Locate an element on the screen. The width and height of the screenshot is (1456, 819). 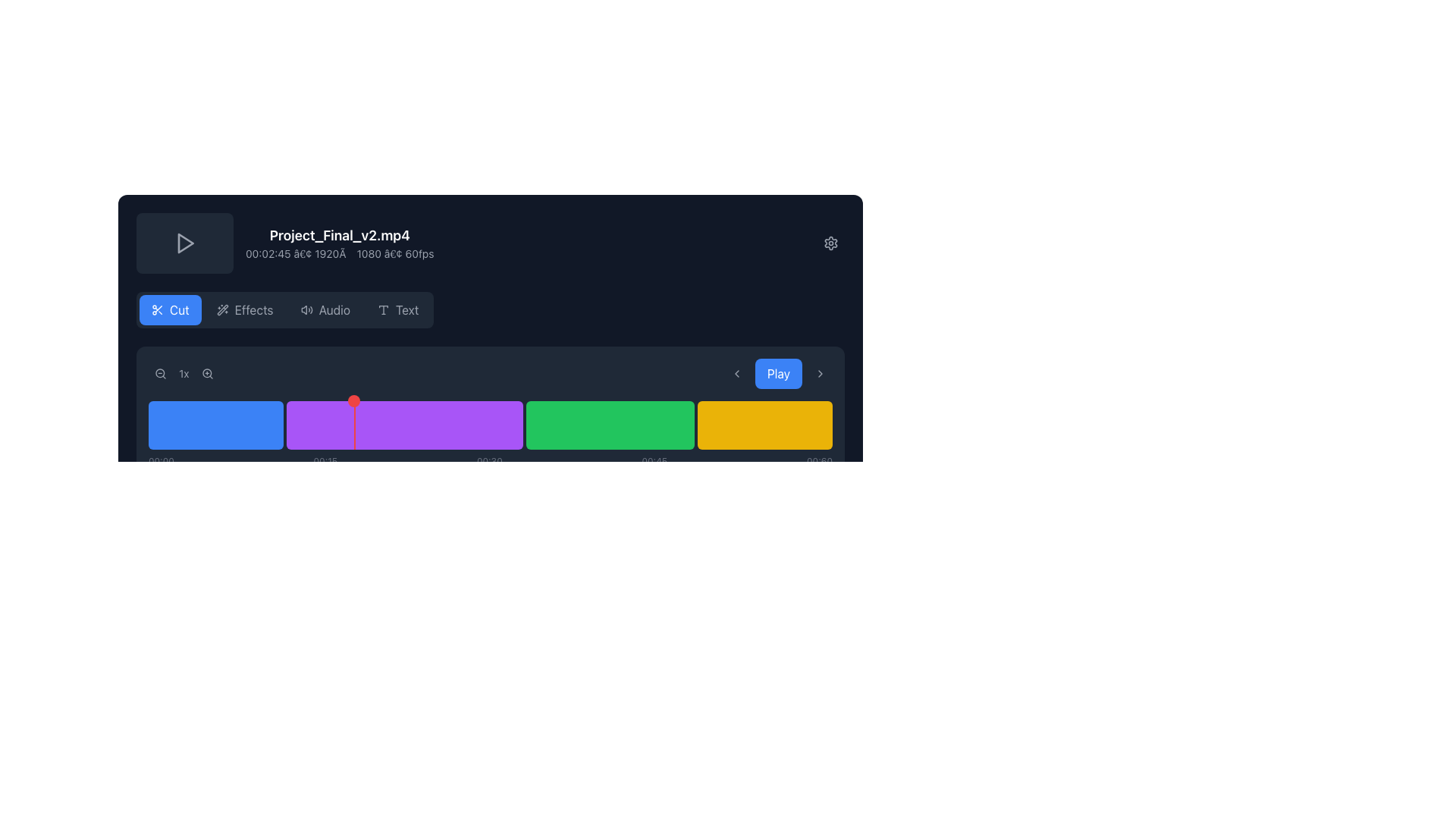
the 'Cut' button icon located near the top-left corner of the application interface, which symbolizes a 'Cut' action for trimming or segmenting content is located at coordinates (157, 309).